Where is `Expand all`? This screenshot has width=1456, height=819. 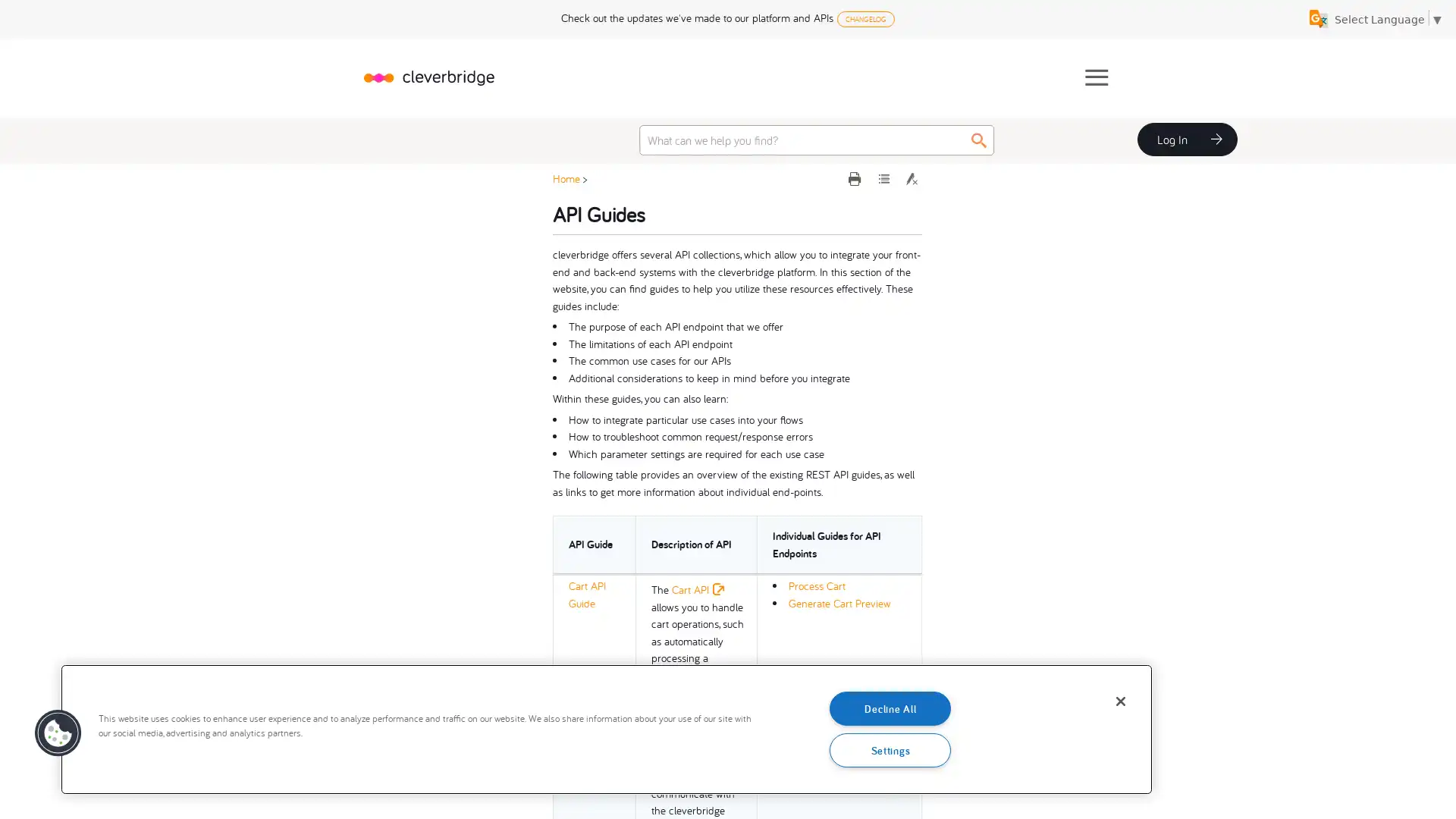 Expand all is located at coordinates (884, 177).